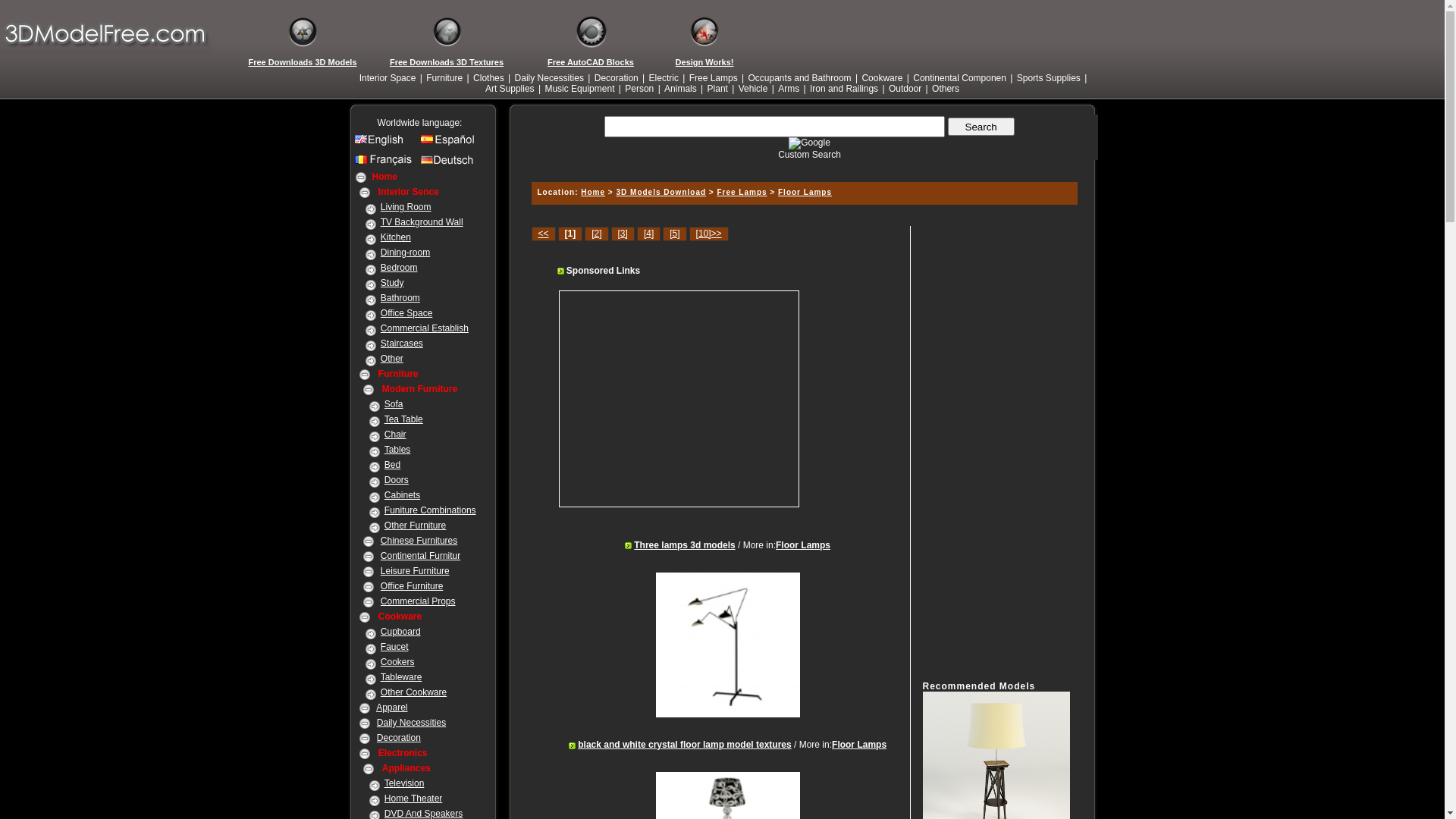  I want to click on '    Search    ', so click(981, 125).